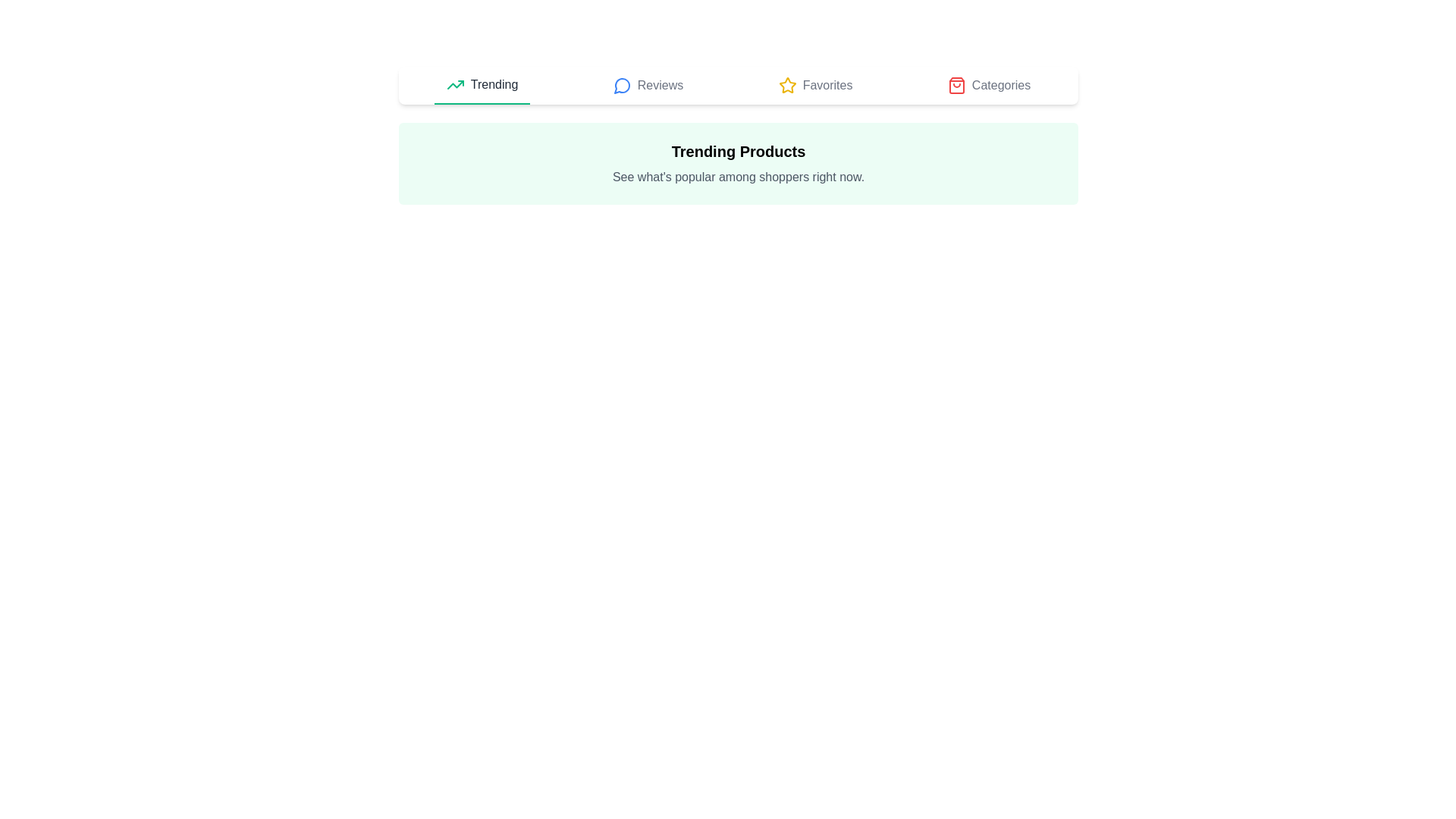  Describe the element at coordinates (660, 85) in the screenshot. I see `the 'Reviews' text label in the navigation bar` at that location.